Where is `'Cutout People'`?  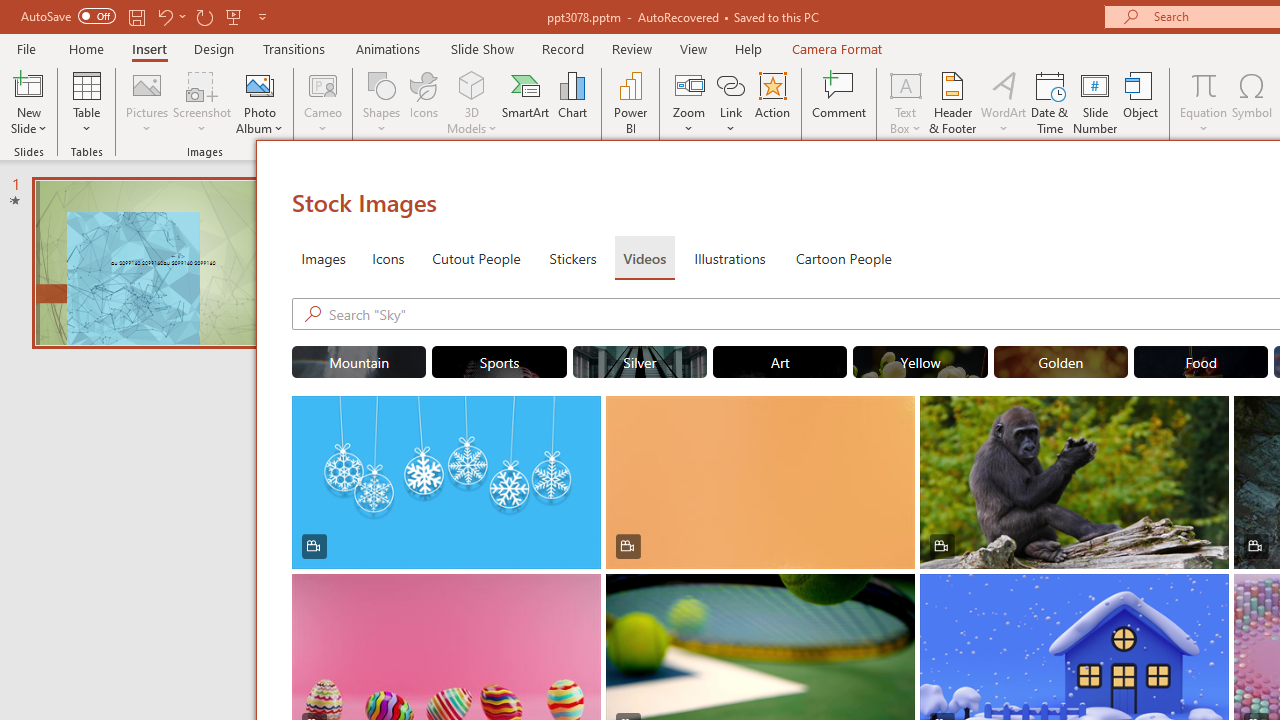 'Cutout People' is located at coordinates (476, 257).